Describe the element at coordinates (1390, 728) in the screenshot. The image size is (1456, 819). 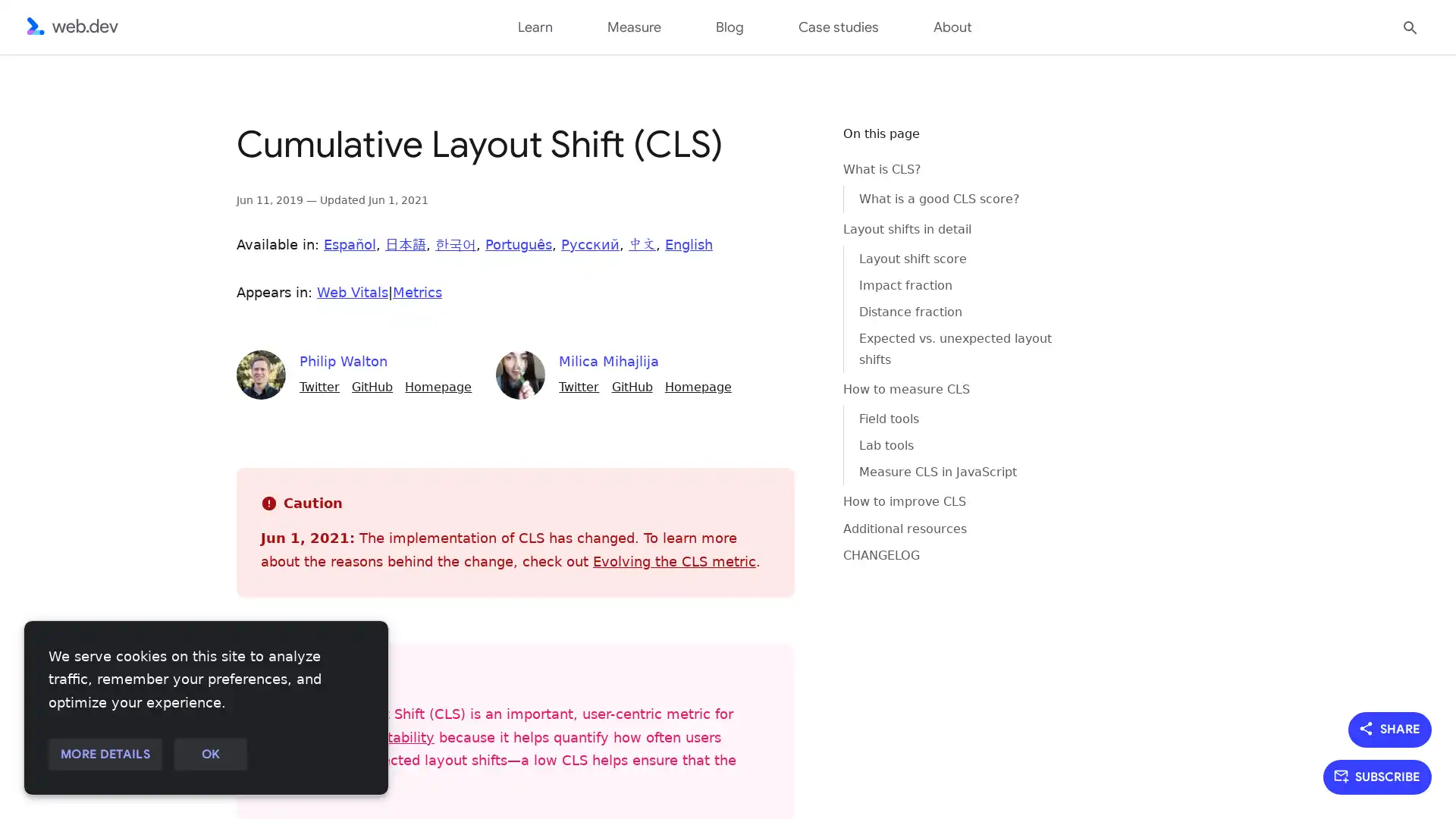
I see `SHARE` at that location.